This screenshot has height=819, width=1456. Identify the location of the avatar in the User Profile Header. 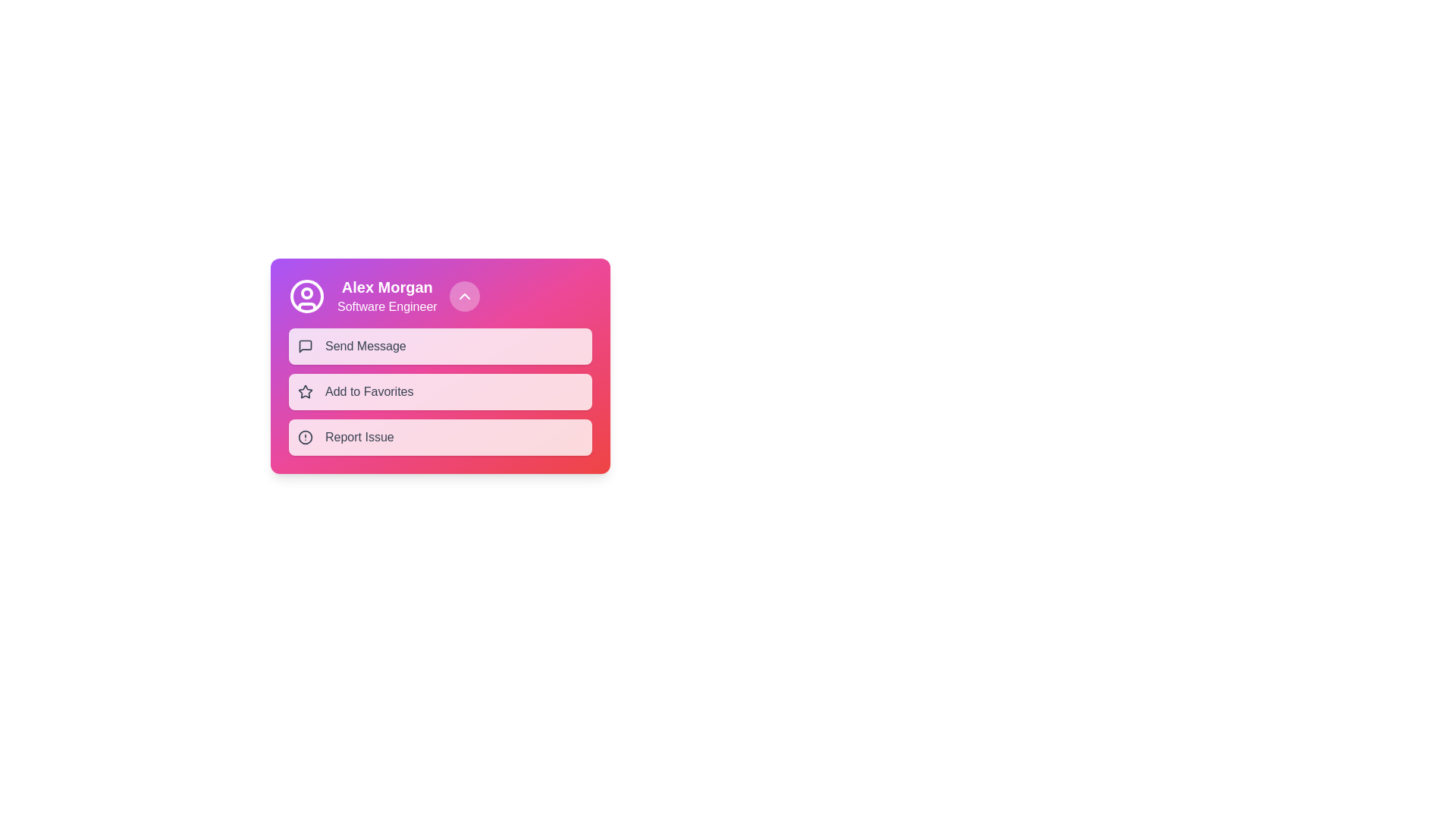
(439, 296).